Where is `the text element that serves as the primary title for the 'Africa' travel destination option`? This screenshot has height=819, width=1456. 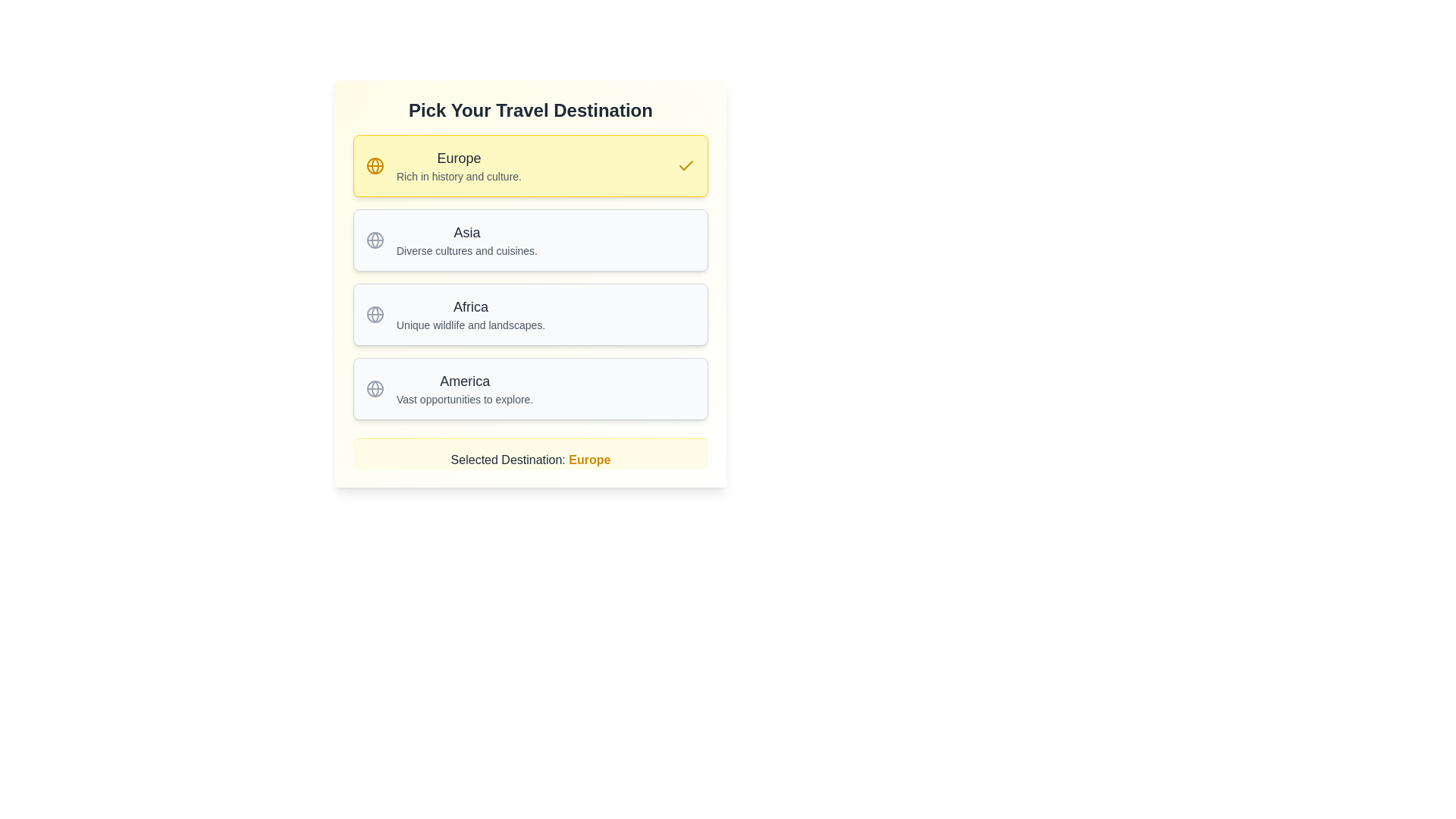
the text element that serves as the primary title for the 'Africa' travel destination option is located at coordinates (470, 307).